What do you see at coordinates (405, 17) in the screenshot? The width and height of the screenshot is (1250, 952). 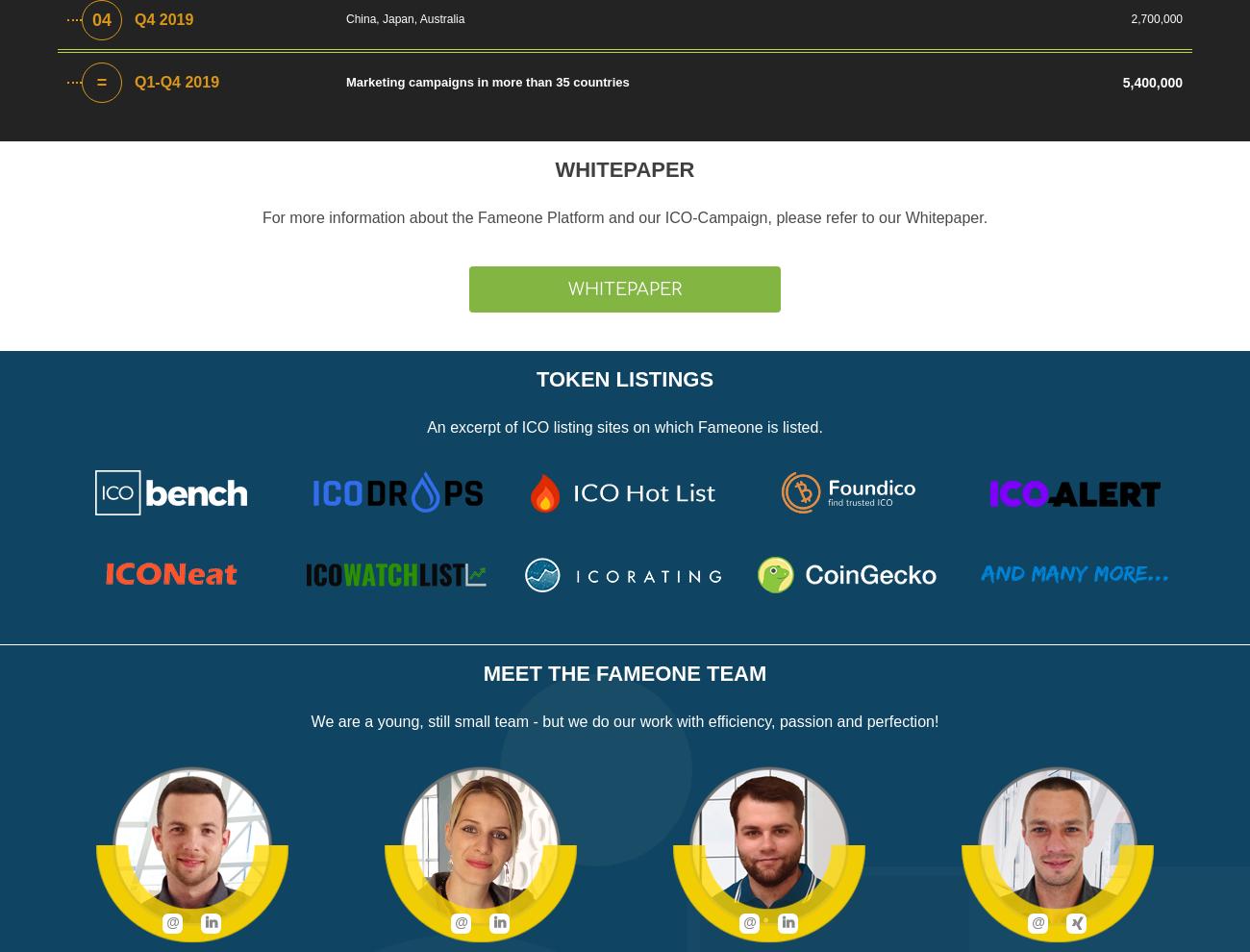 I see `'China, Japan, Australia'` at bounding box center [405, 17].